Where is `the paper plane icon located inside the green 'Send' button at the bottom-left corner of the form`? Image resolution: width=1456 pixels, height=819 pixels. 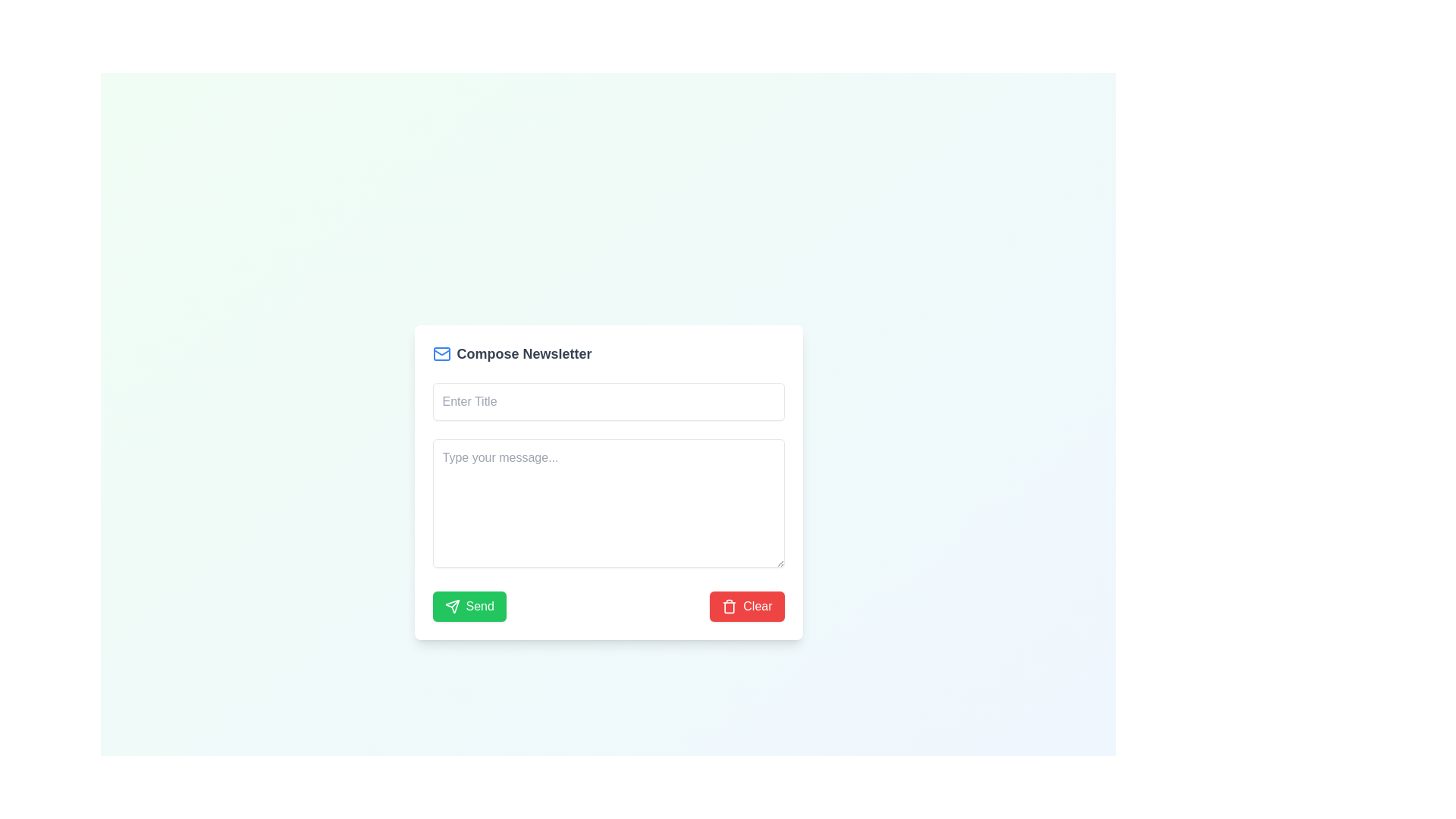
the paper plane icon located inside the green 'Send' button at the bottom-left corner of the form is located at coordinates (451, 605).